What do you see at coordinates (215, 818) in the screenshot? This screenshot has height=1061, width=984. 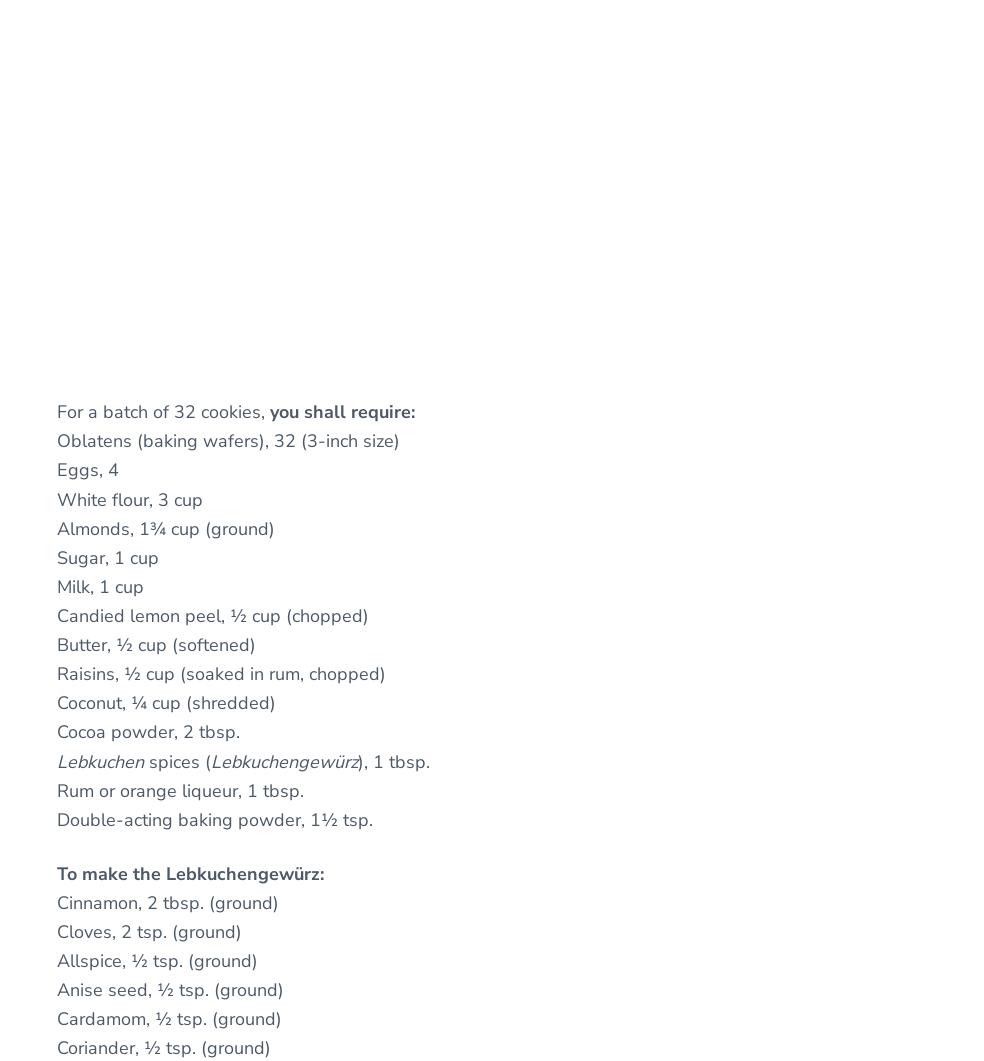 I see `'Double-acting baking powder, 1½ tsp.'` at bounding box center [215, 818].